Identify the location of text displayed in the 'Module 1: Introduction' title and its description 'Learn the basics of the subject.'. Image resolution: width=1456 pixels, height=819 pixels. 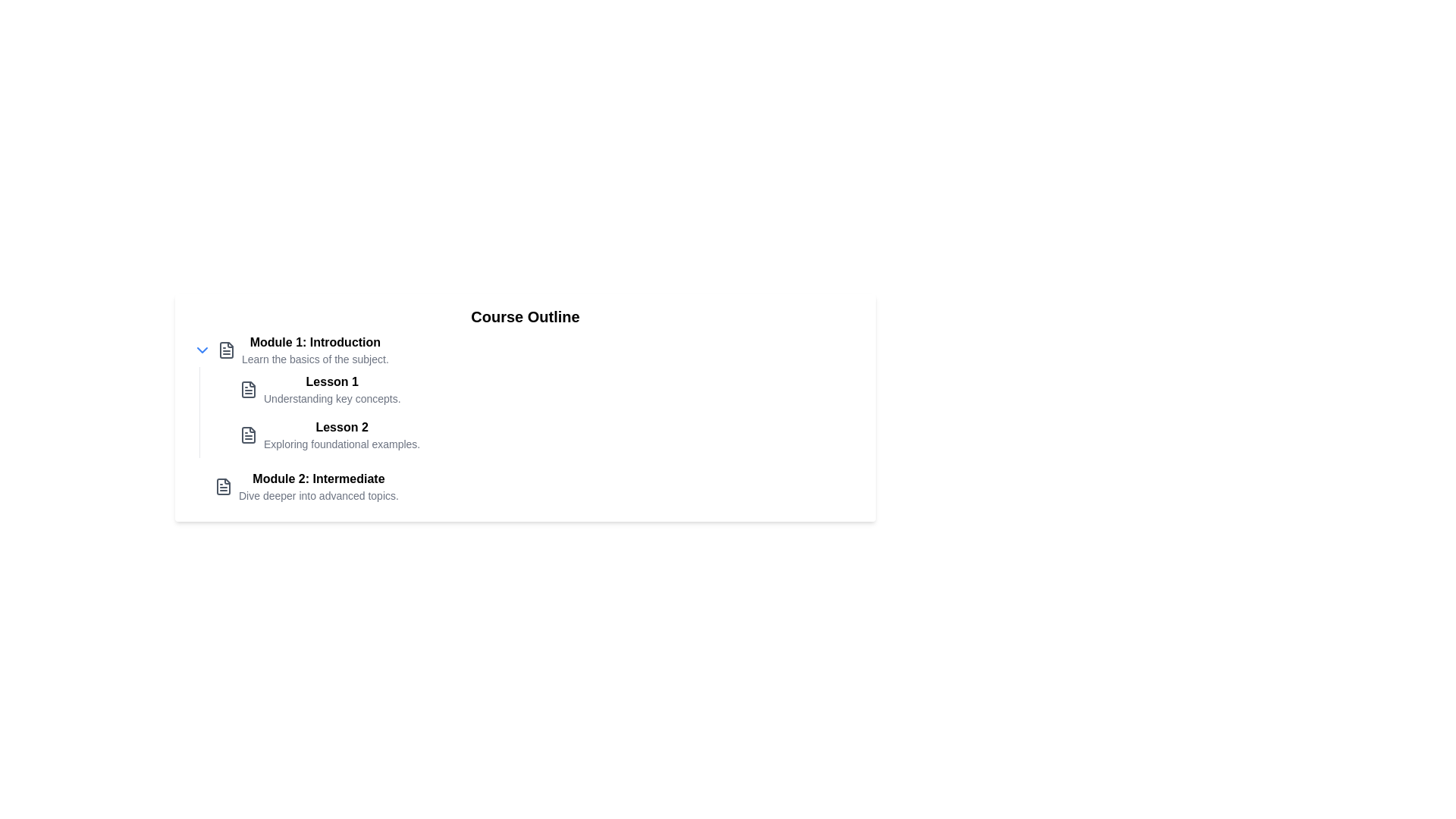
(314, 350).